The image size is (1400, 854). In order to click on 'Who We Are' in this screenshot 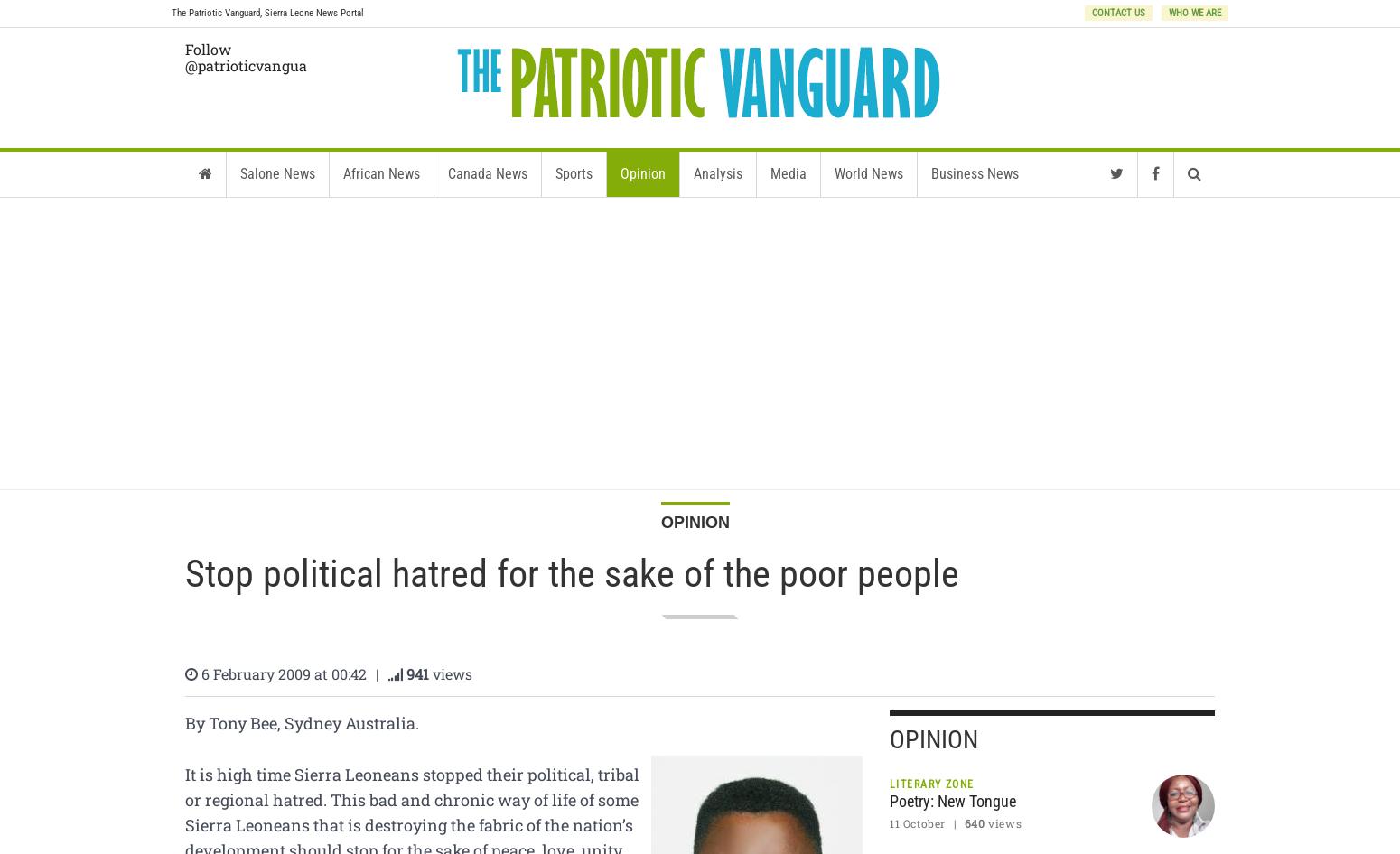, I will do `click(1167, 13)`.